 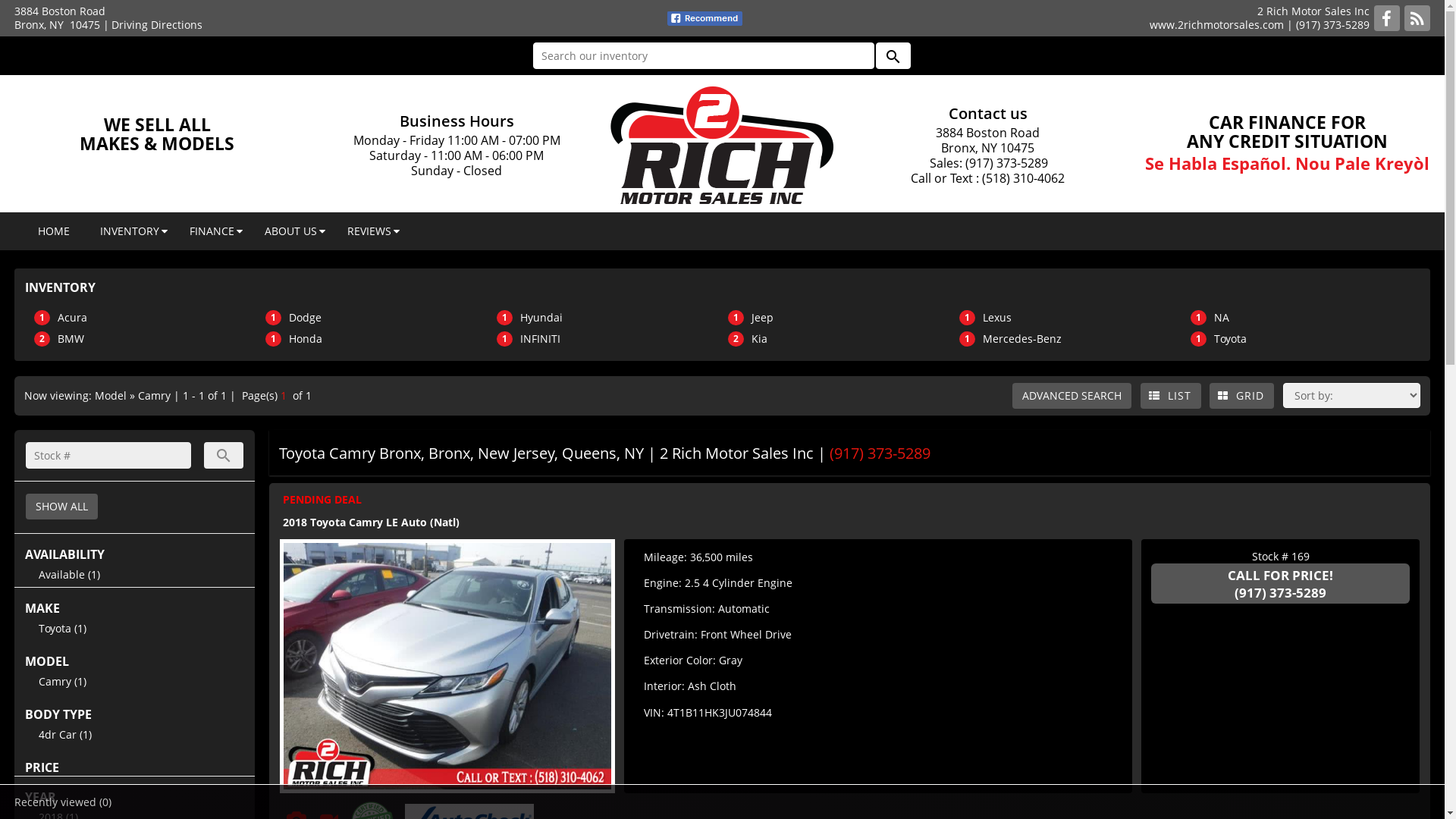 I want to click on 'Toyota (1)', so click(x=61, y=628).